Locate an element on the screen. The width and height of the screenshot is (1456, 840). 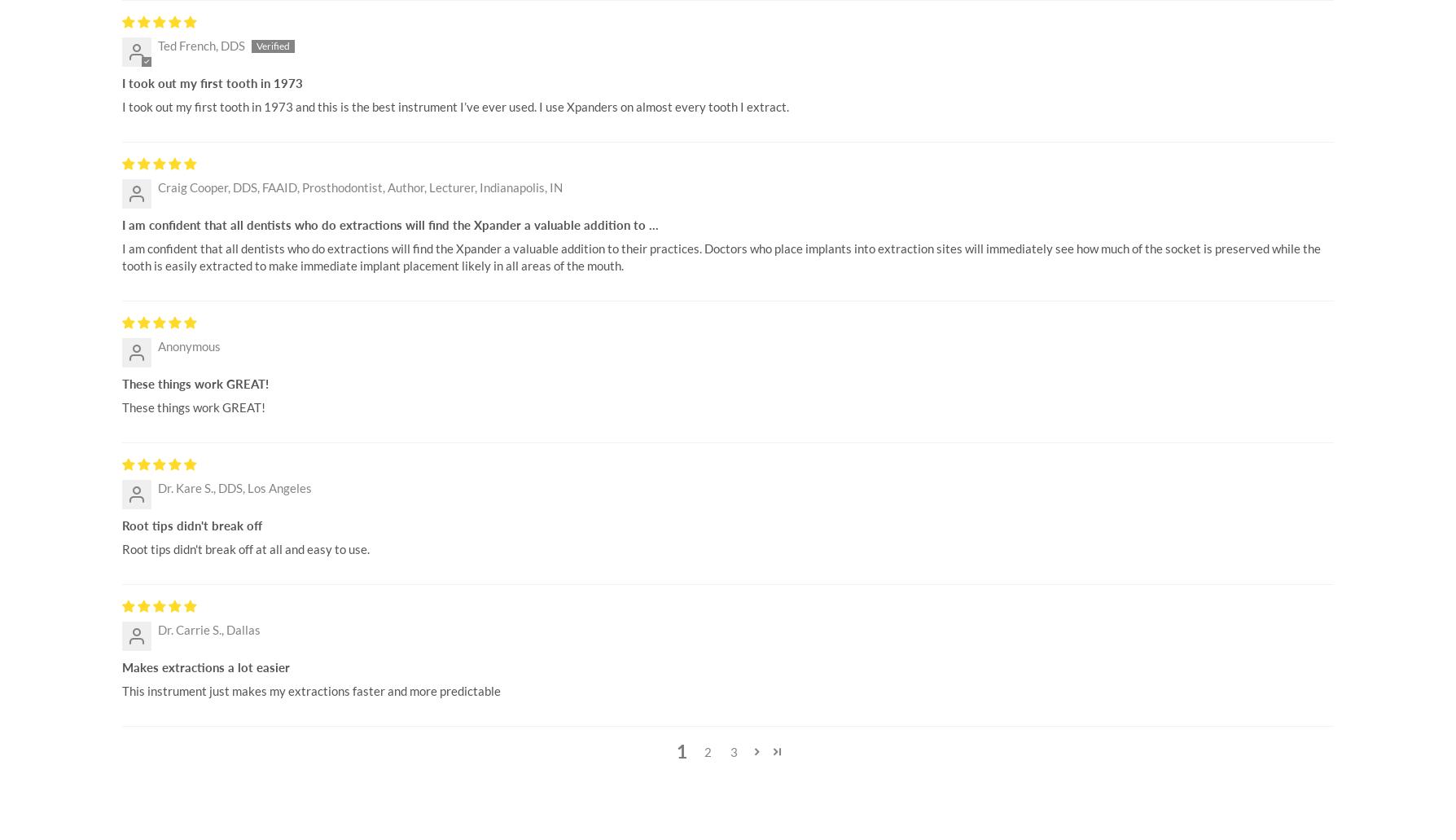
'Dr. Carrie S., Dallas' is located at coordinates (208, 629).